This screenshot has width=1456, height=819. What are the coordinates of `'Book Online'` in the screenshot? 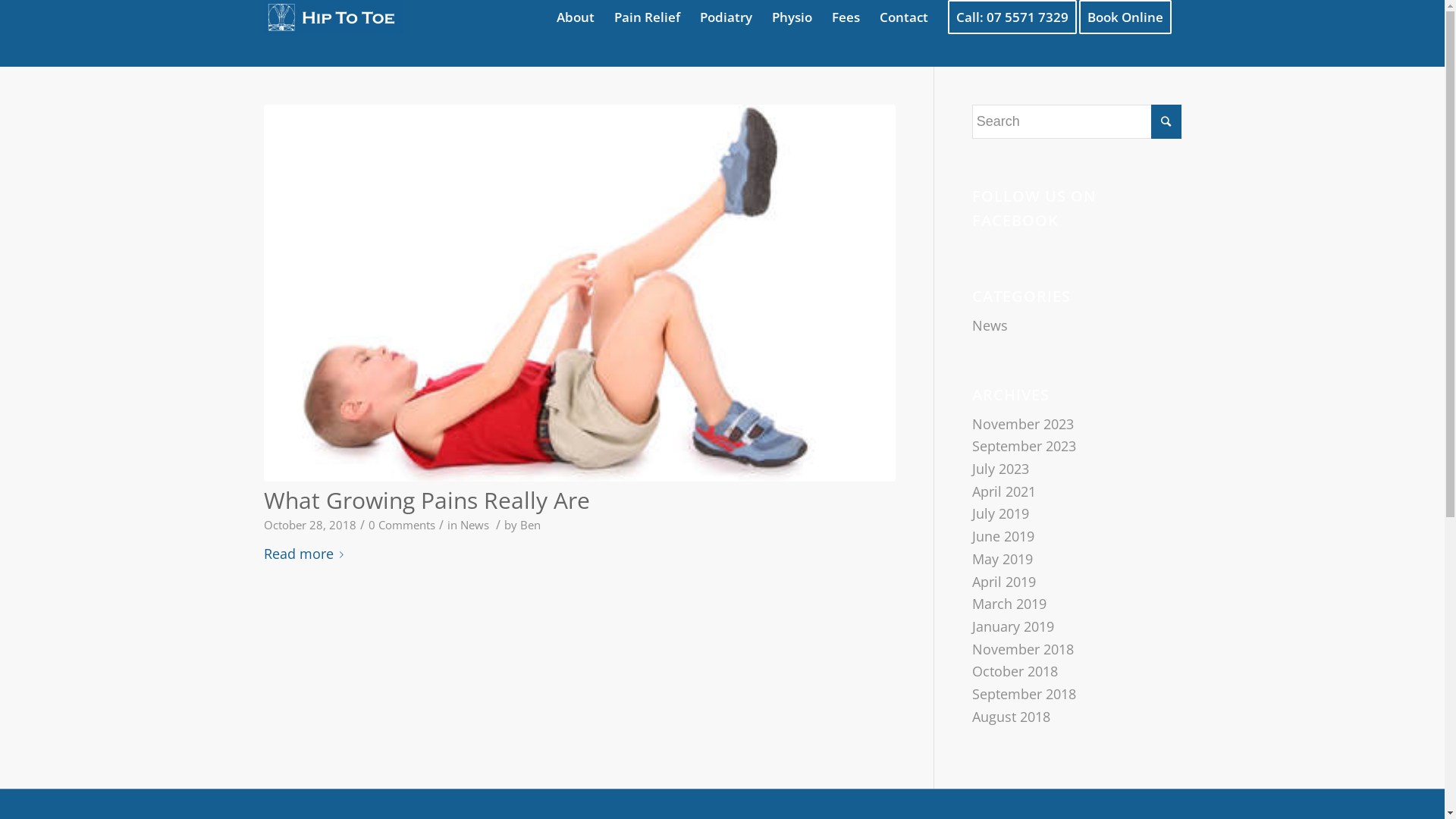 It's located at (1129, 17).